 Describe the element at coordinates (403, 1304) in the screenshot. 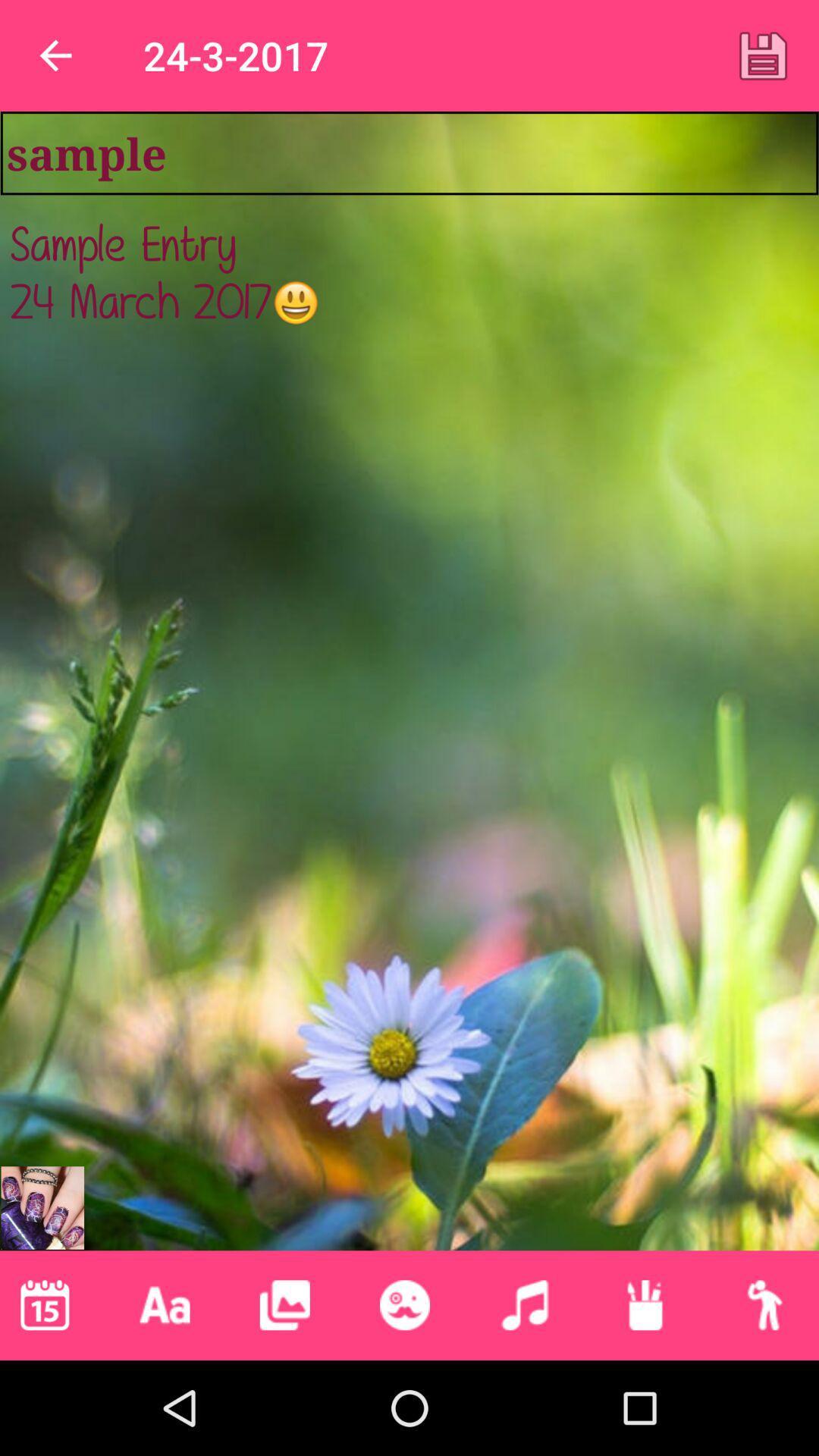

I see `icon below the sample entry 24 item` at that location.